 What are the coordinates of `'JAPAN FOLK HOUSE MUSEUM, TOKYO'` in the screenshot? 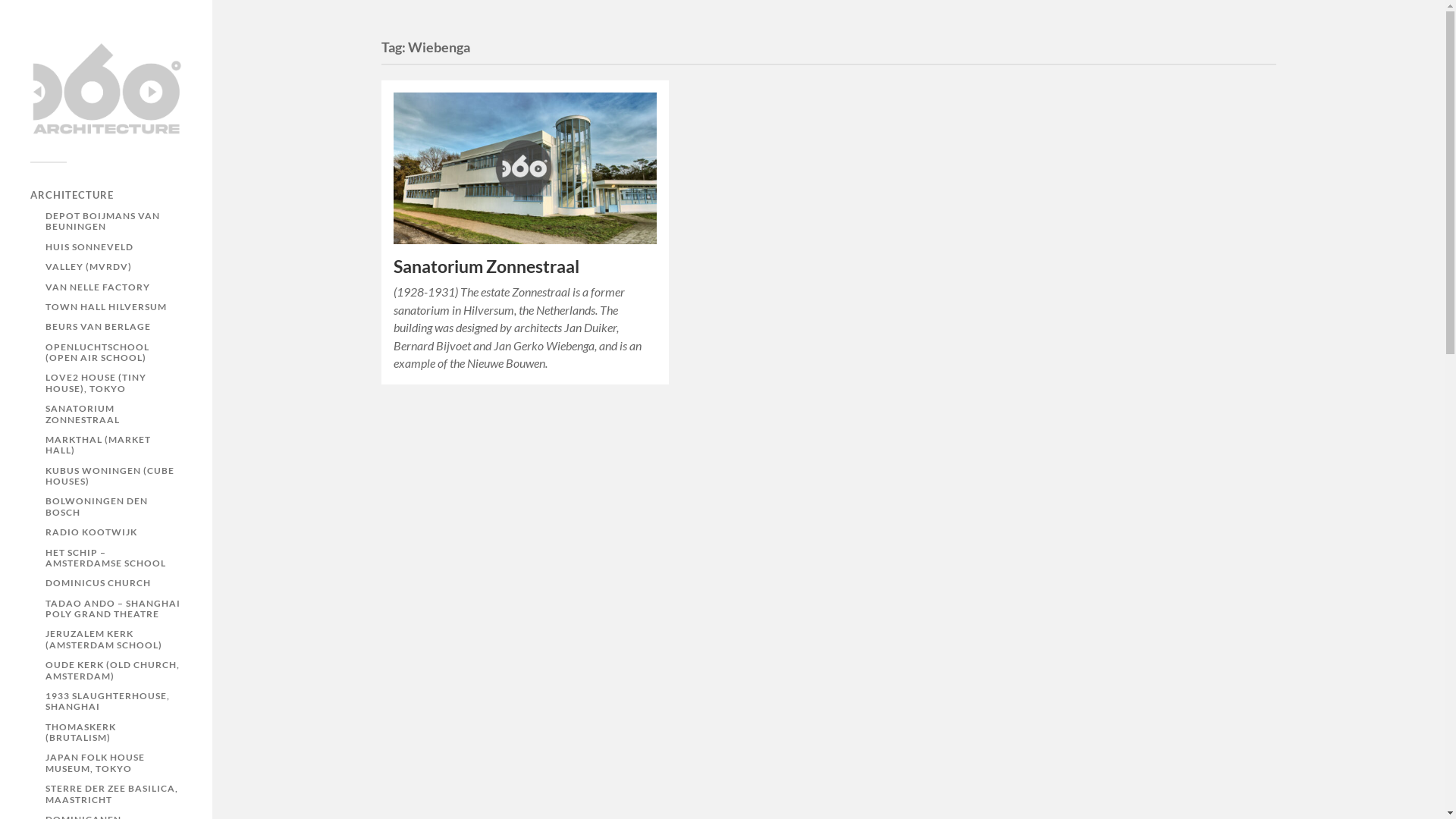 It's located at (94, 762).